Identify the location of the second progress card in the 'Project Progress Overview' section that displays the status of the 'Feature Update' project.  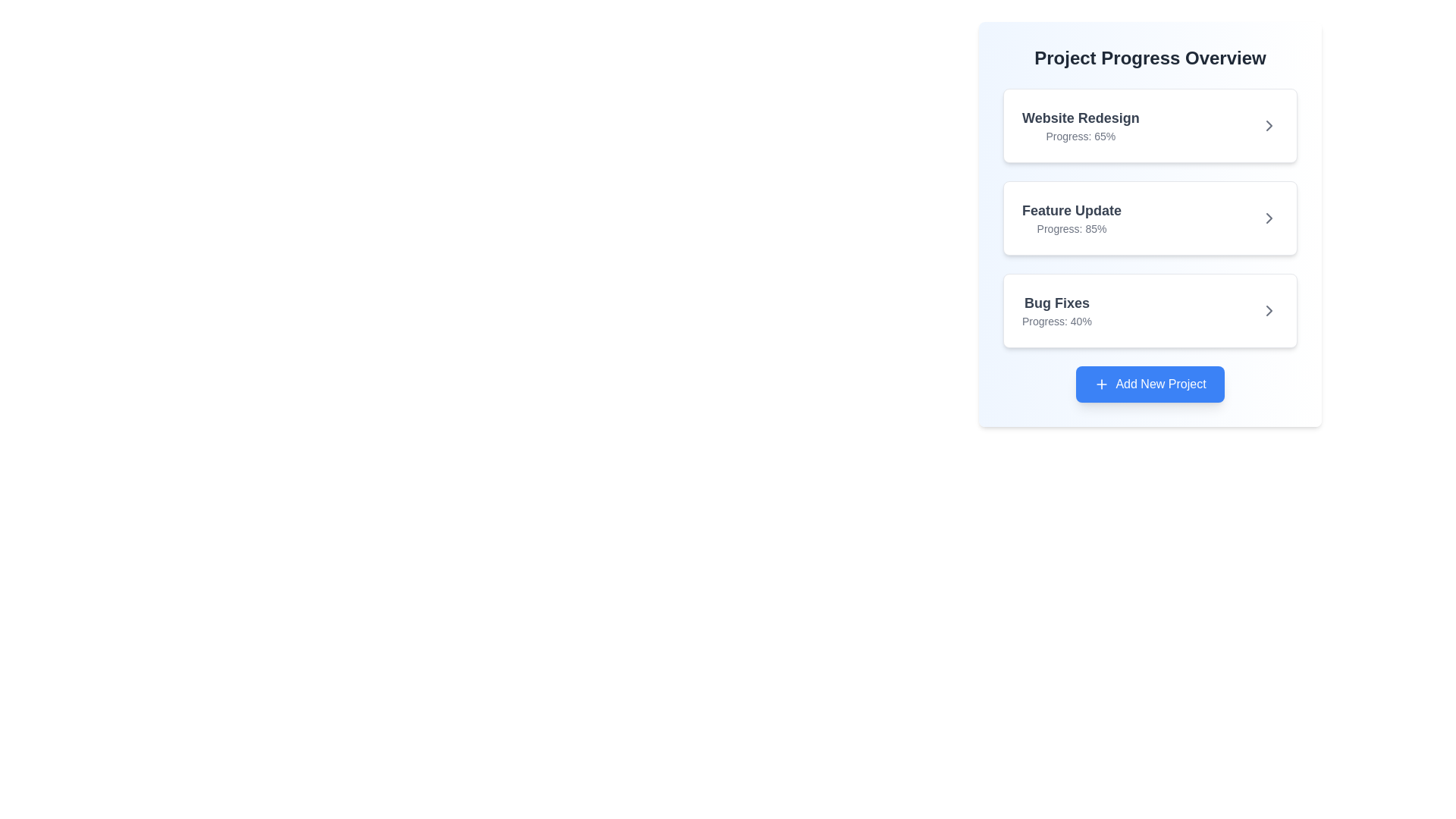
(1150, 224).